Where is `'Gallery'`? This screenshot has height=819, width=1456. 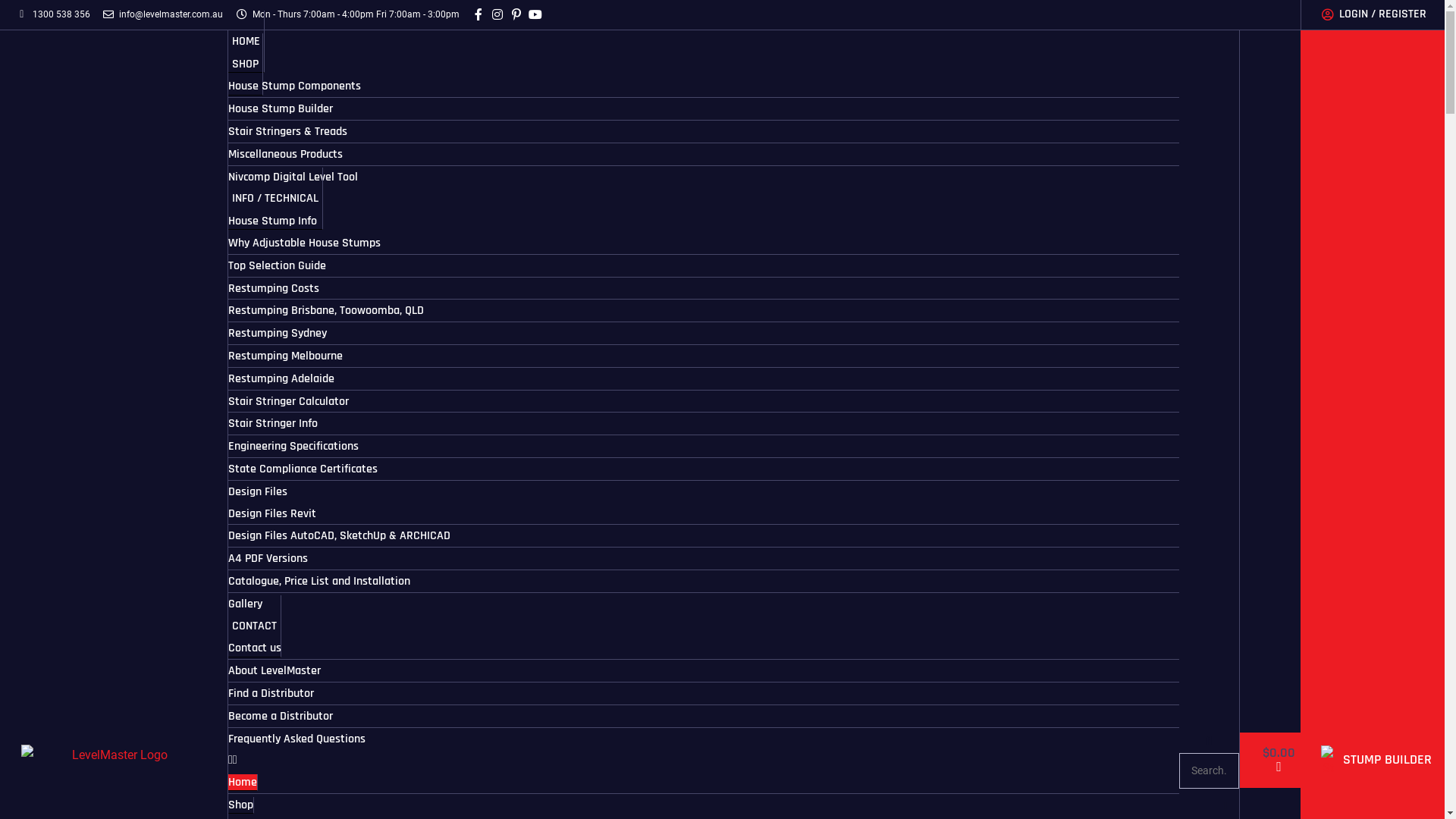
'Gallery' is located at coordinates (245, 603).